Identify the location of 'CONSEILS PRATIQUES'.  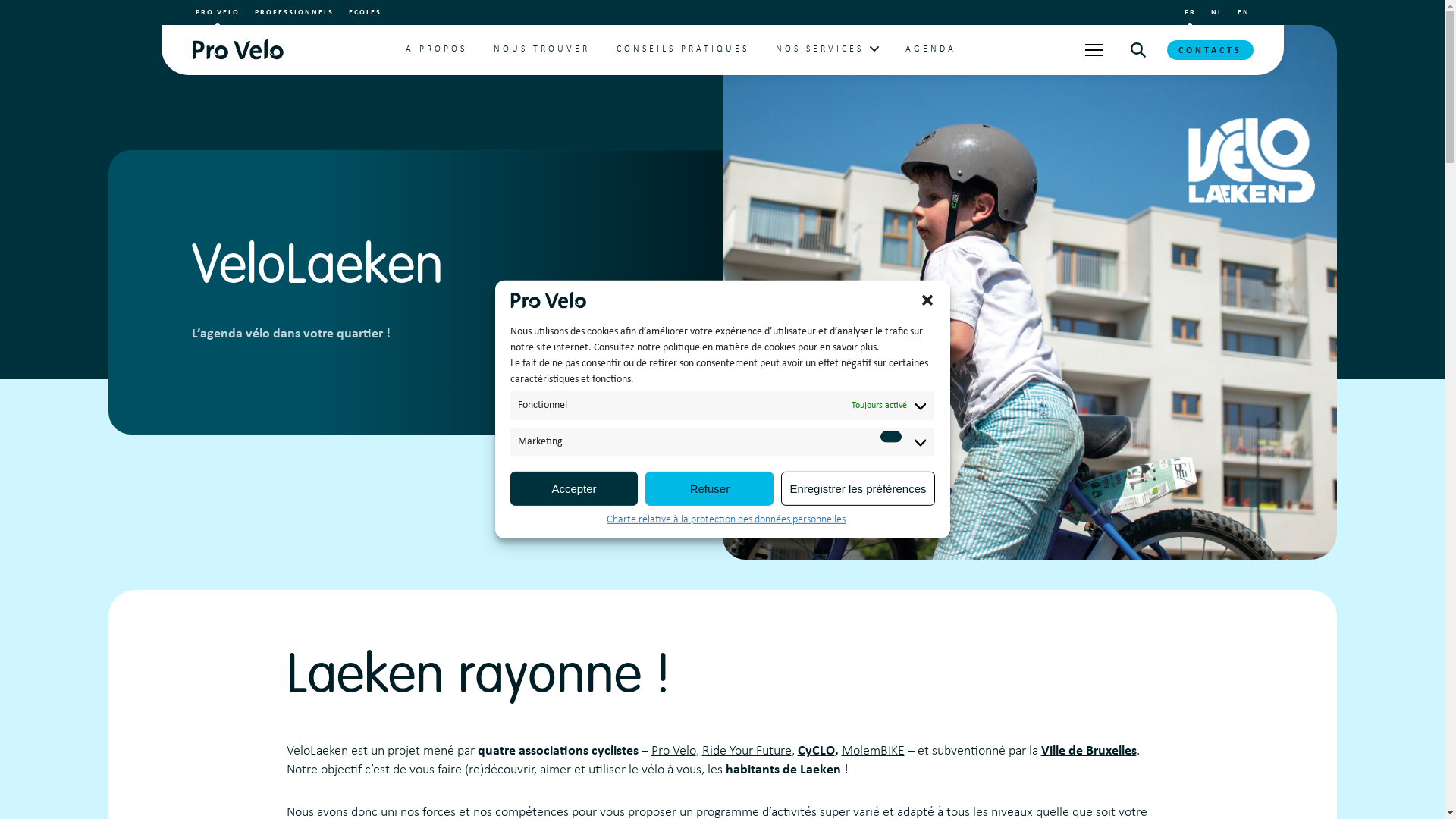
(682, 49).